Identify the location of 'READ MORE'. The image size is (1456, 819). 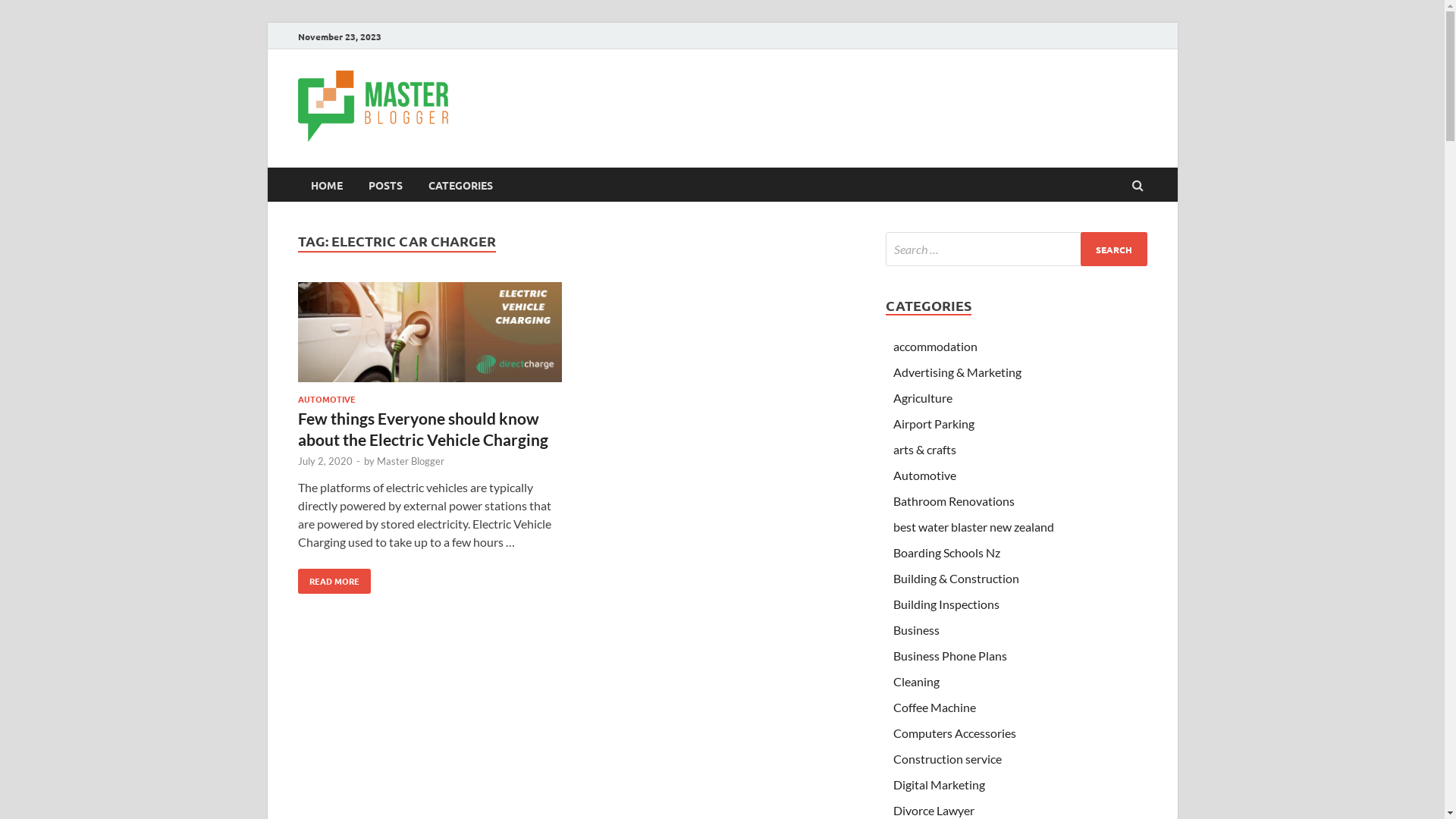
(333, 580).